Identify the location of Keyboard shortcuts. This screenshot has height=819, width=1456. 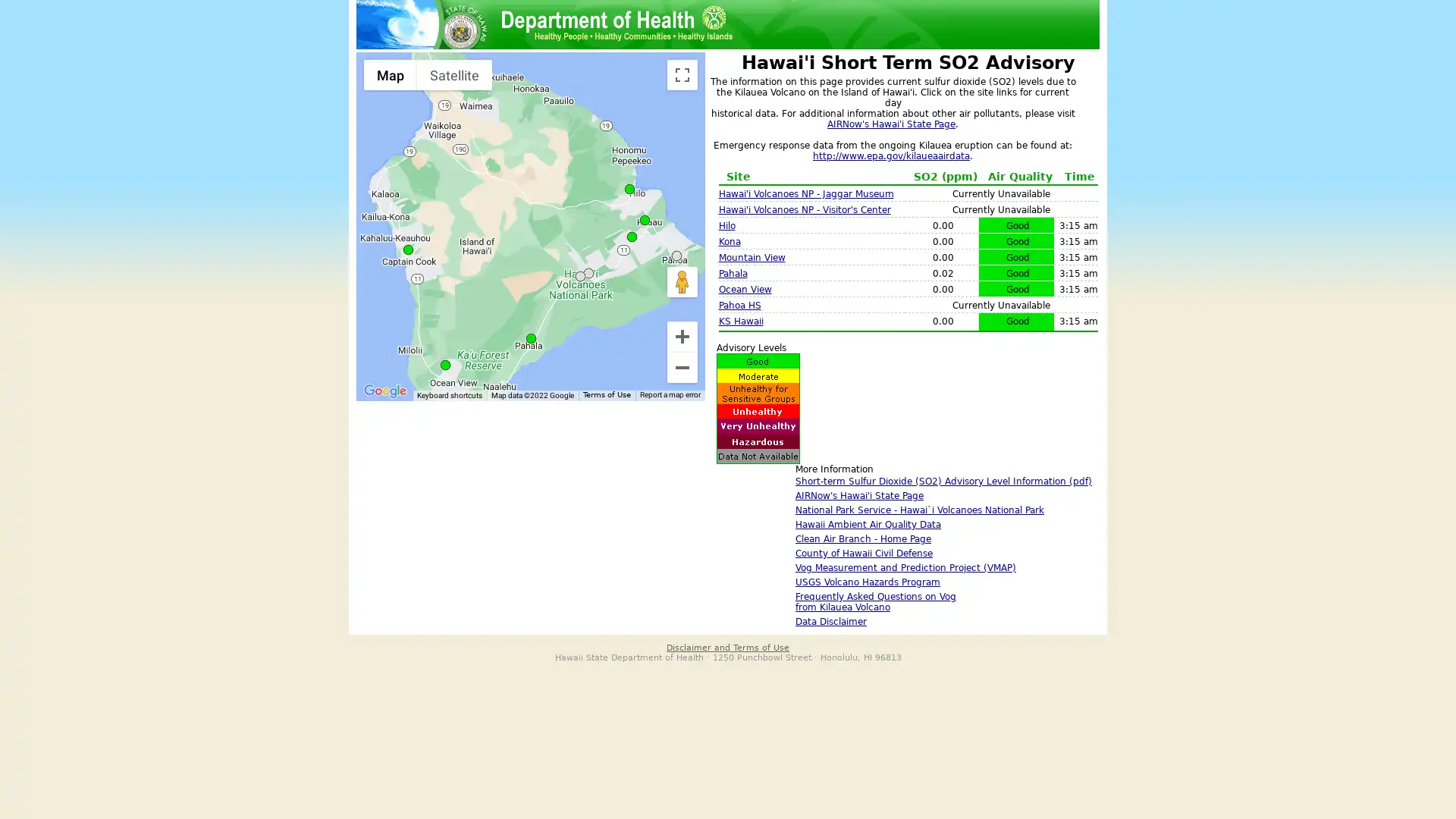
(449, 394).